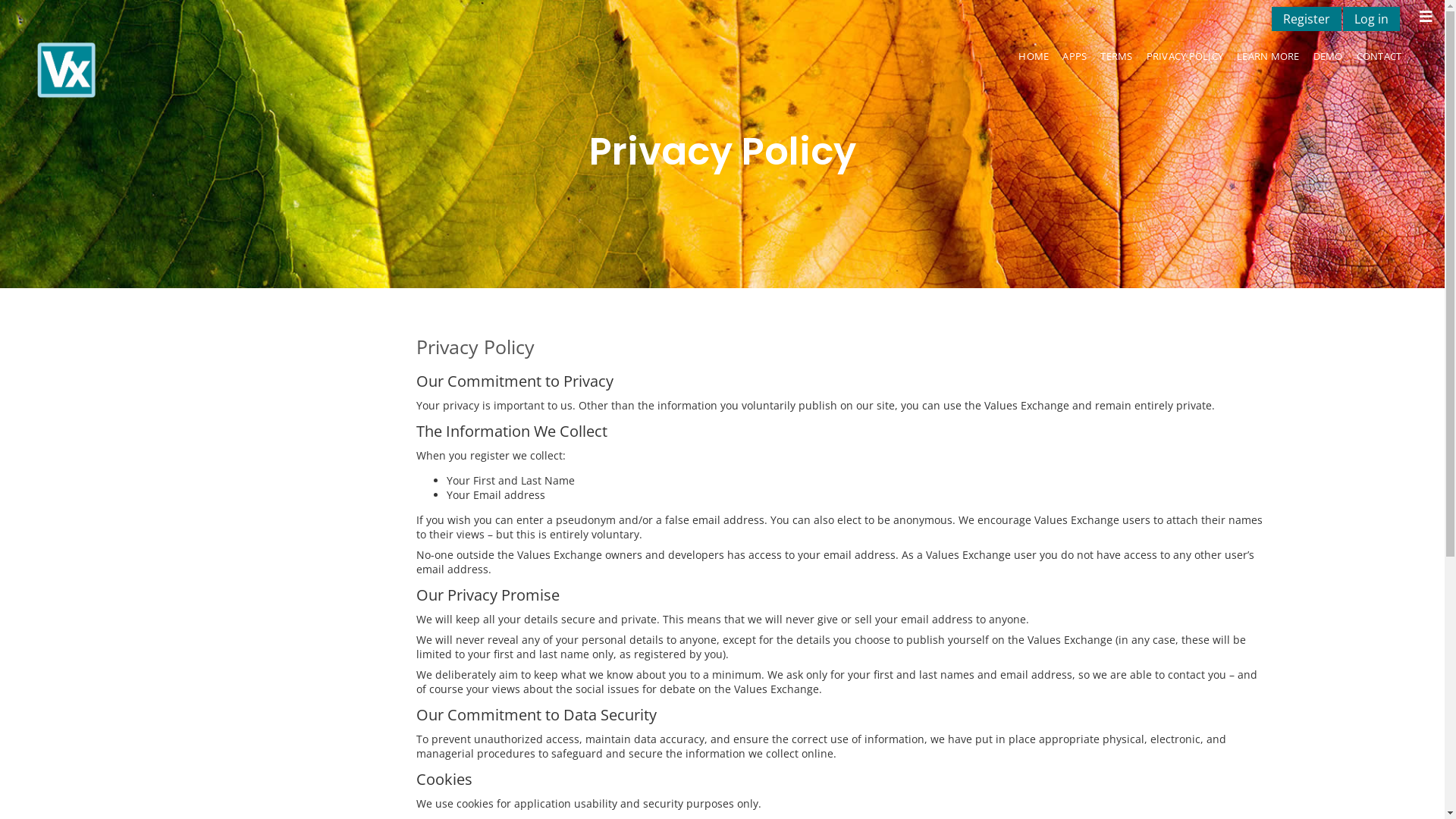  Describe the element at coordinates (1116, 55) in the screenshot. I see `'TERMS'` at that location.